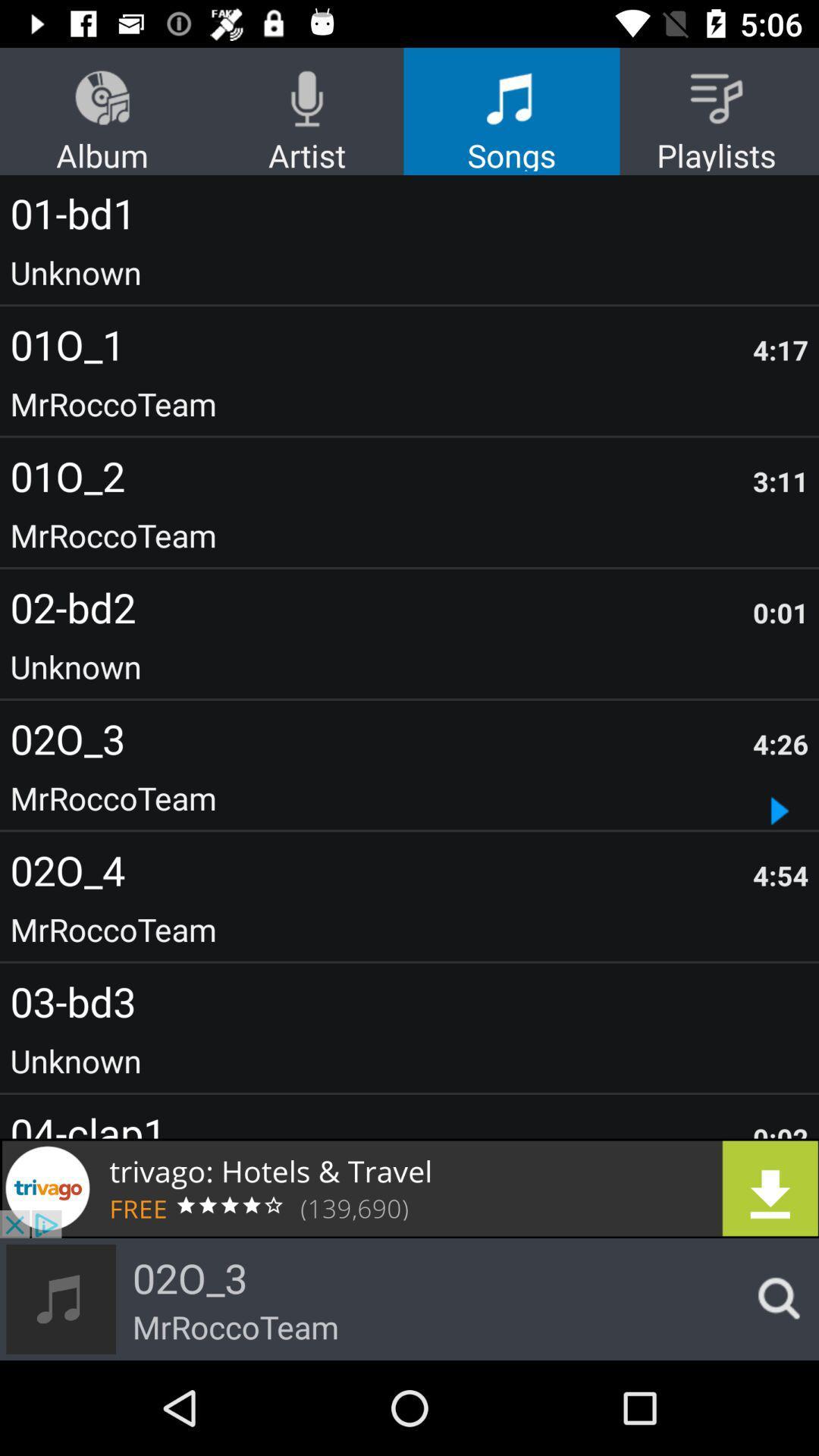 Image resolution: width=819 pixels, height=1456 pixels. Describe the element at coordinates (409, 1188) in the screenshot. I see `download the link` at that location.